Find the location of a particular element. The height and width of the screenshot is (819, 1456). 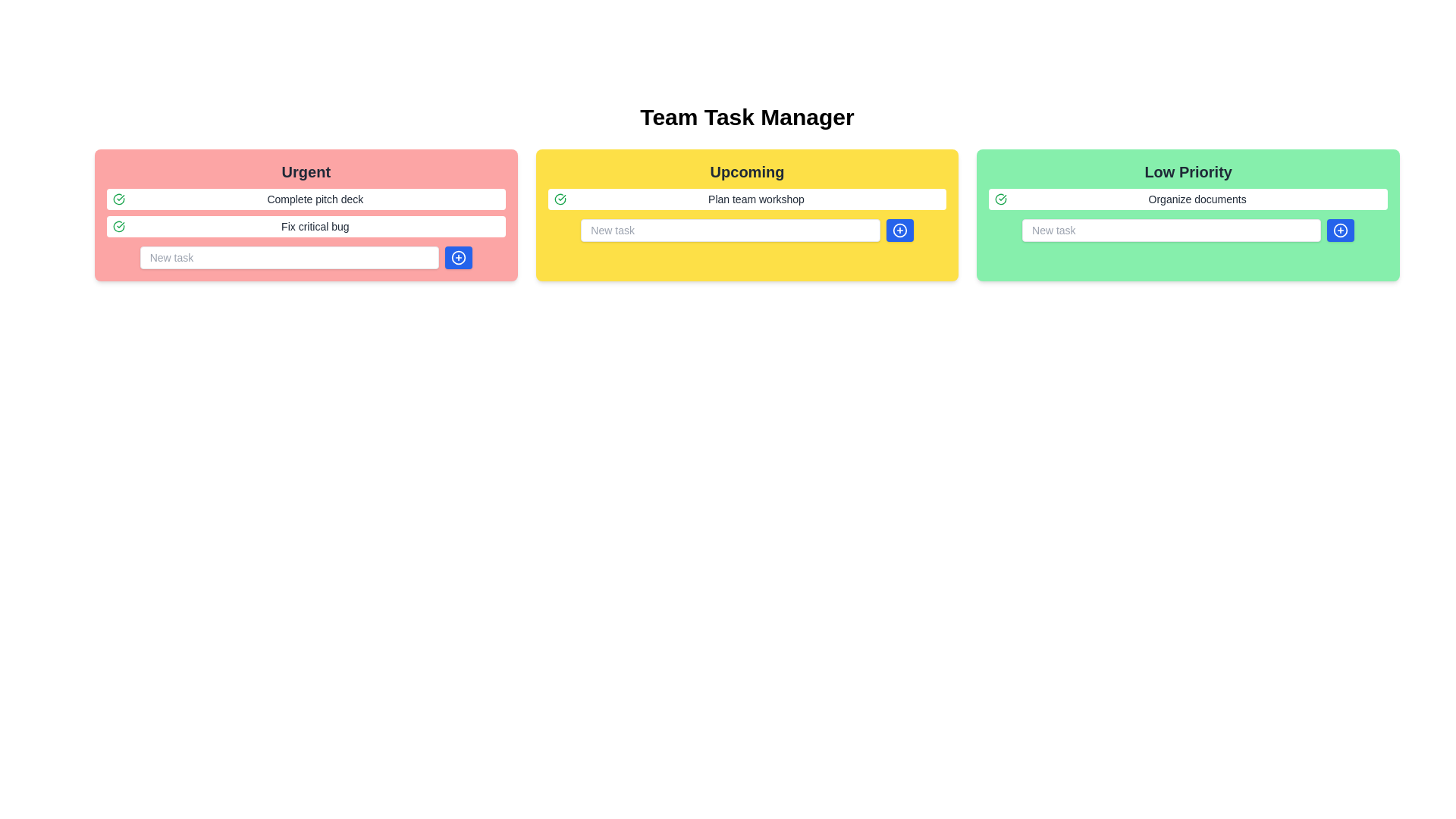

the text label displaying 'Complete pitch deck' in the 'Urgent' column, which is the second row of text entries and is flanked by a green circular check icon is located at coordinates (314, 198).